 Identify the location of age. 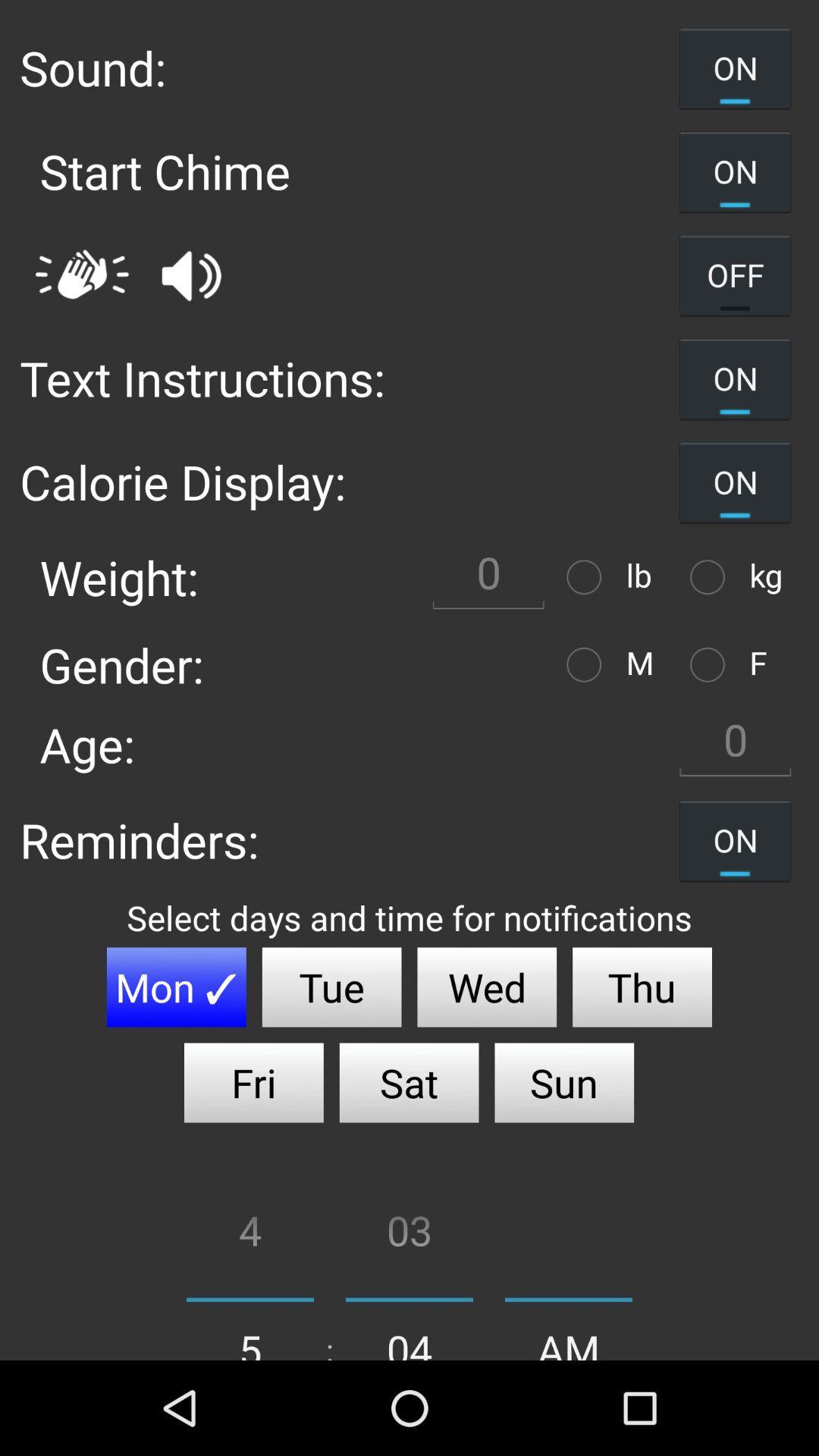
(734, 744).